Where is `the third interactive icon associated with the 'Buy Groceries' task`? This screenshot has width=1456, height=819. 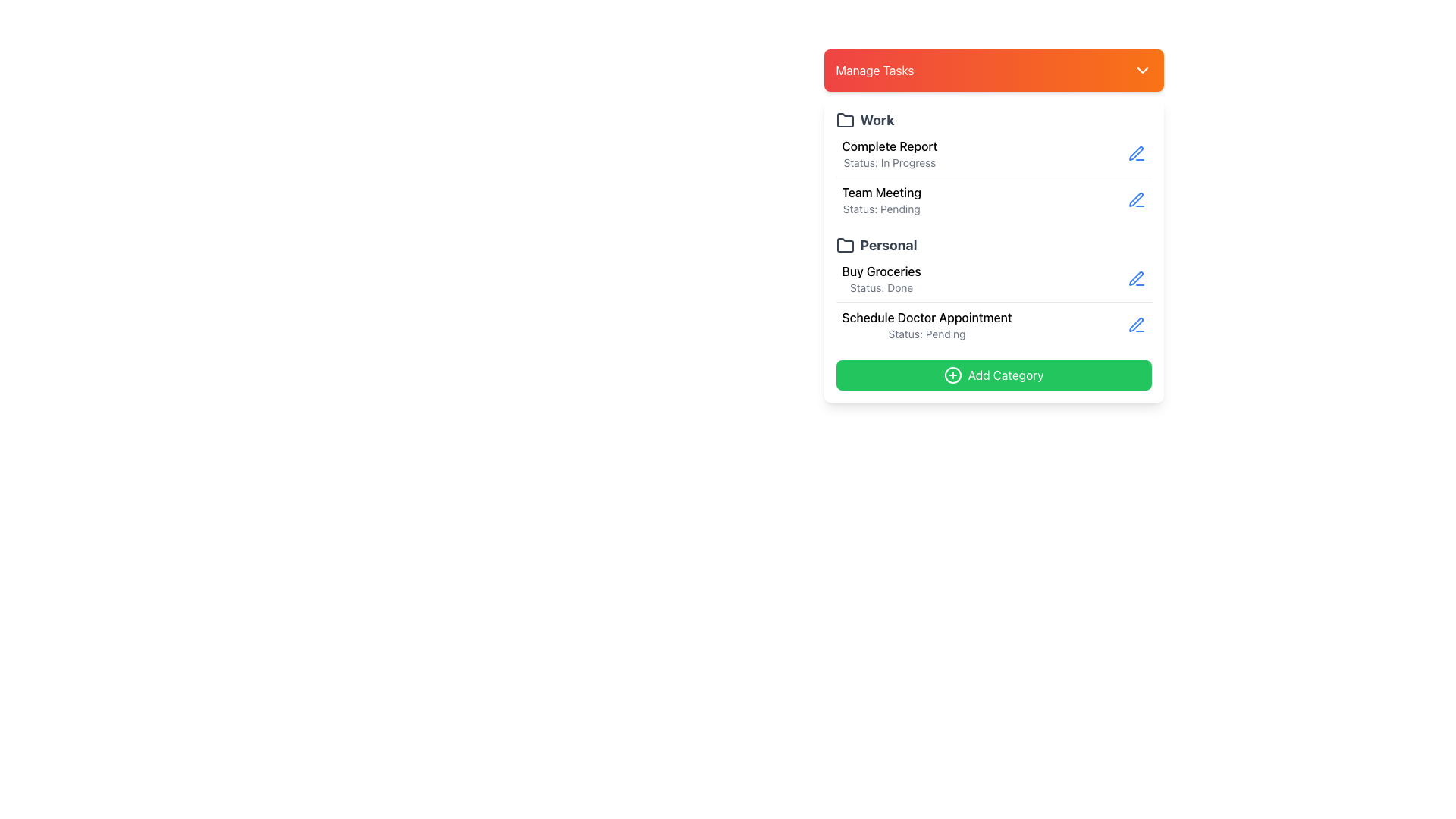
the third interactive icon associated with the 'Buy Groceries' task is located at coordinates (1136, 278).